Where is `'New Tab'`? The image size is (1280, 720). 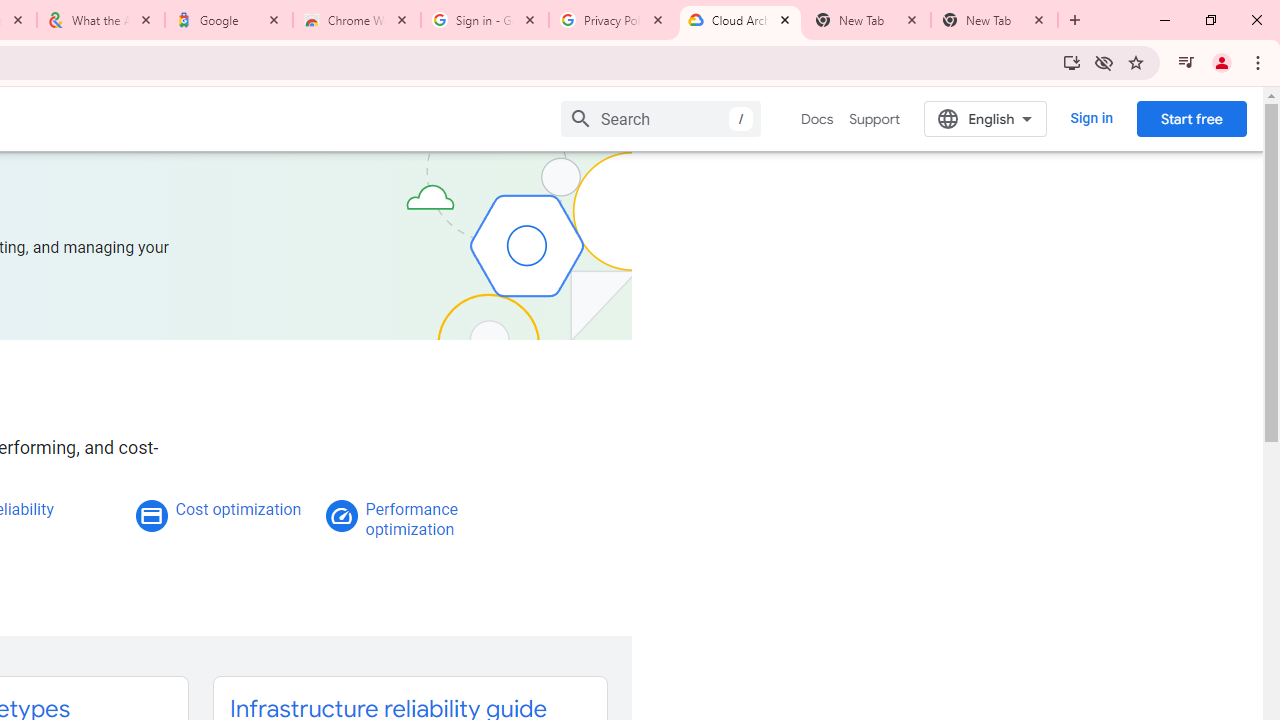 'New Tab' is located at coordinates (994, 20).